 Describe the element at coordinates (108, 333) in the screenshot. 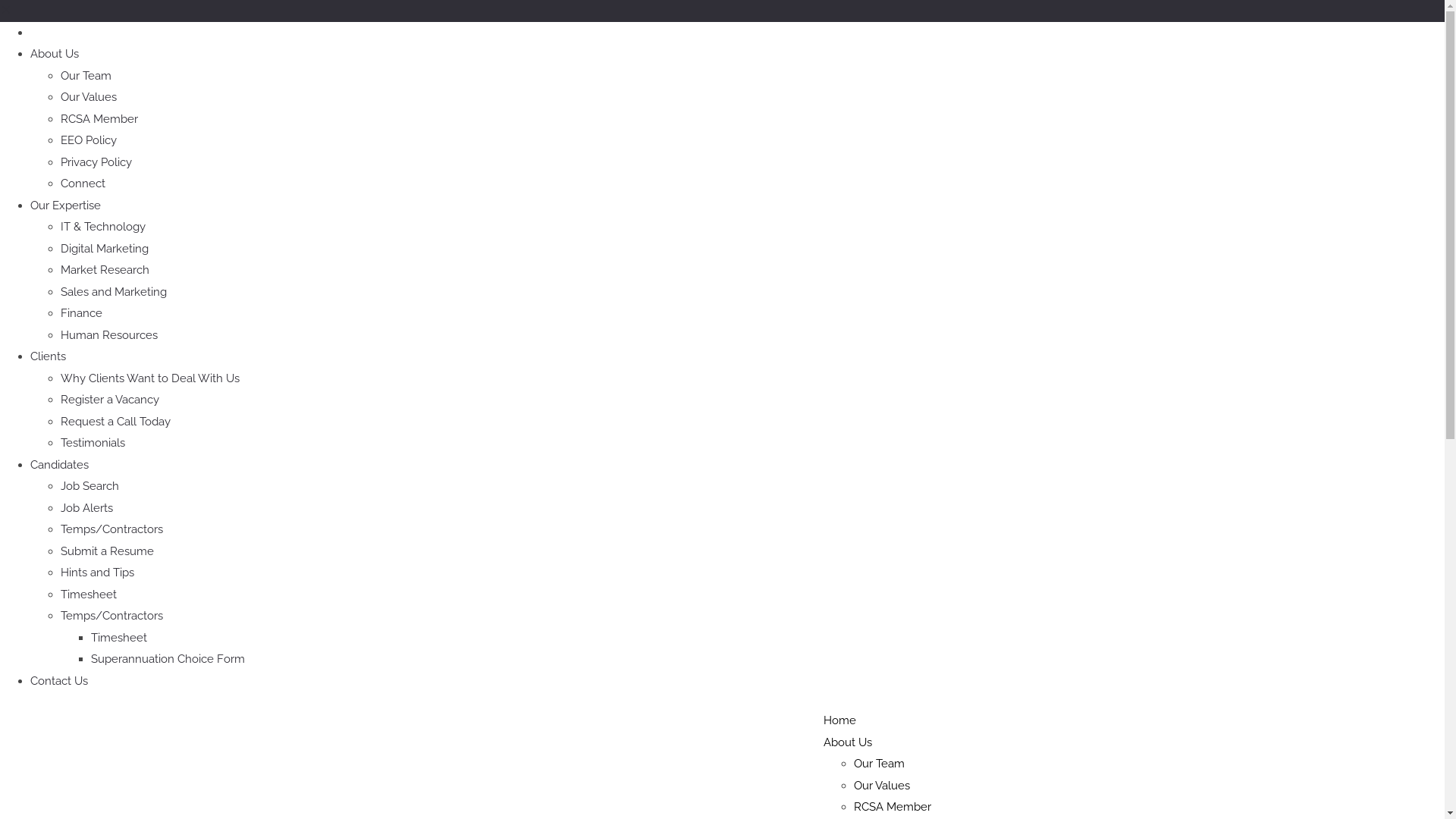

I see `'Human Resources'` at that location.